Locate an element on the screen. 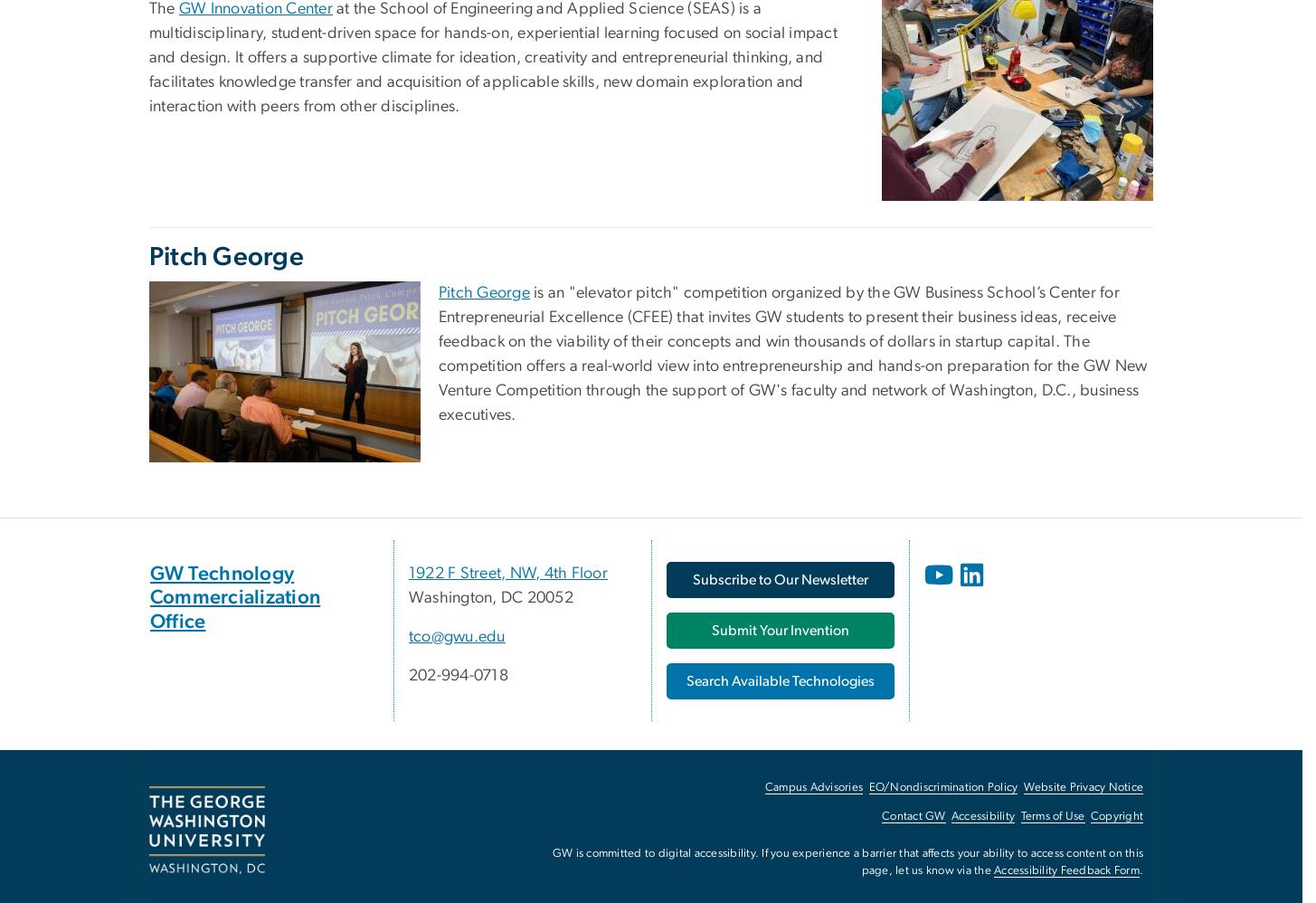  'Terms of Use' is located at coordinates (1051, 816).